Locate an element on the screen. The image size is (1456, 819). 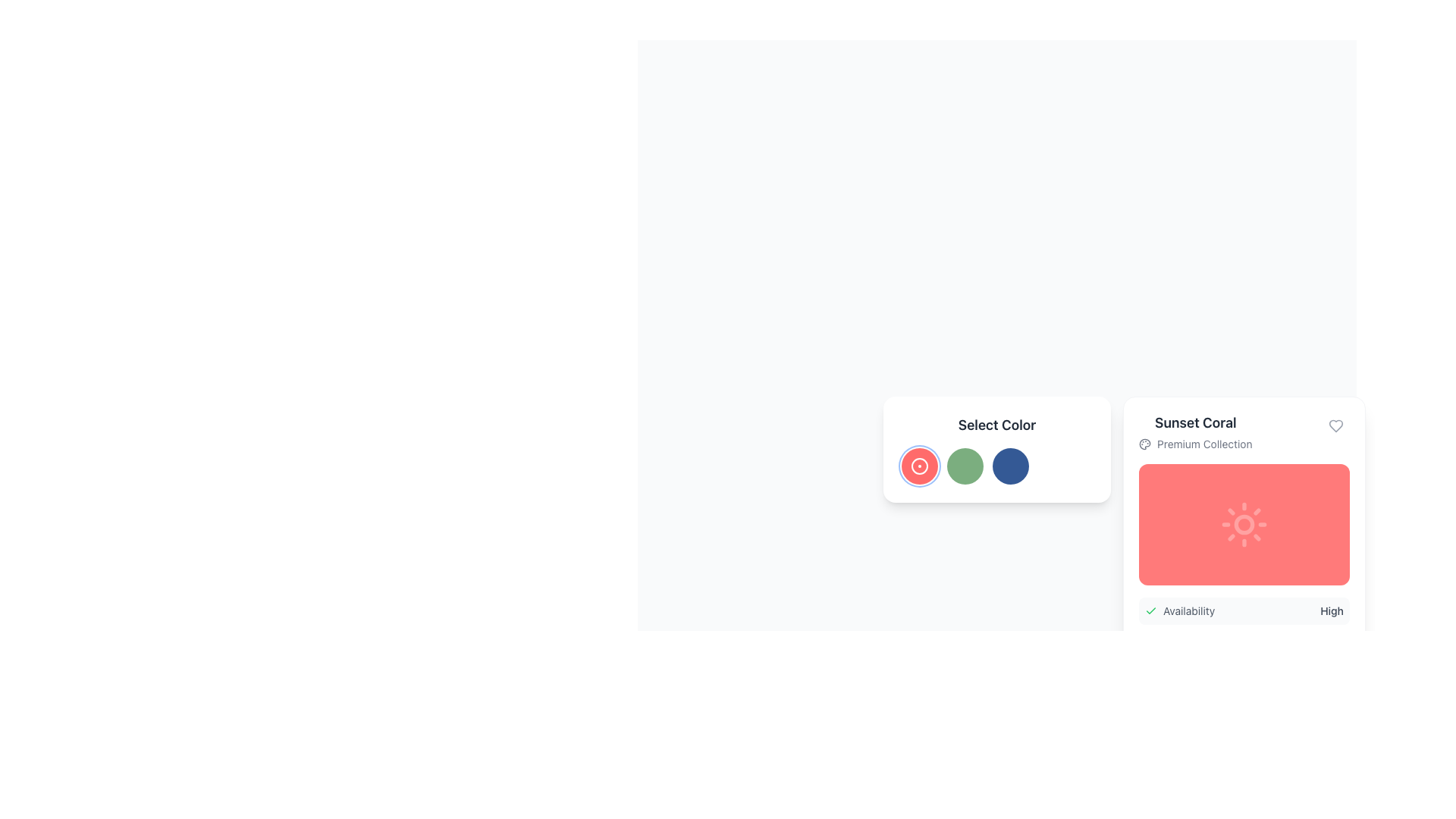
the heart-shaped icon button in the upper-right corner of the 'Sunset Coral' card to mark the item as liked or favorited is located at coordinates (1335, 426).